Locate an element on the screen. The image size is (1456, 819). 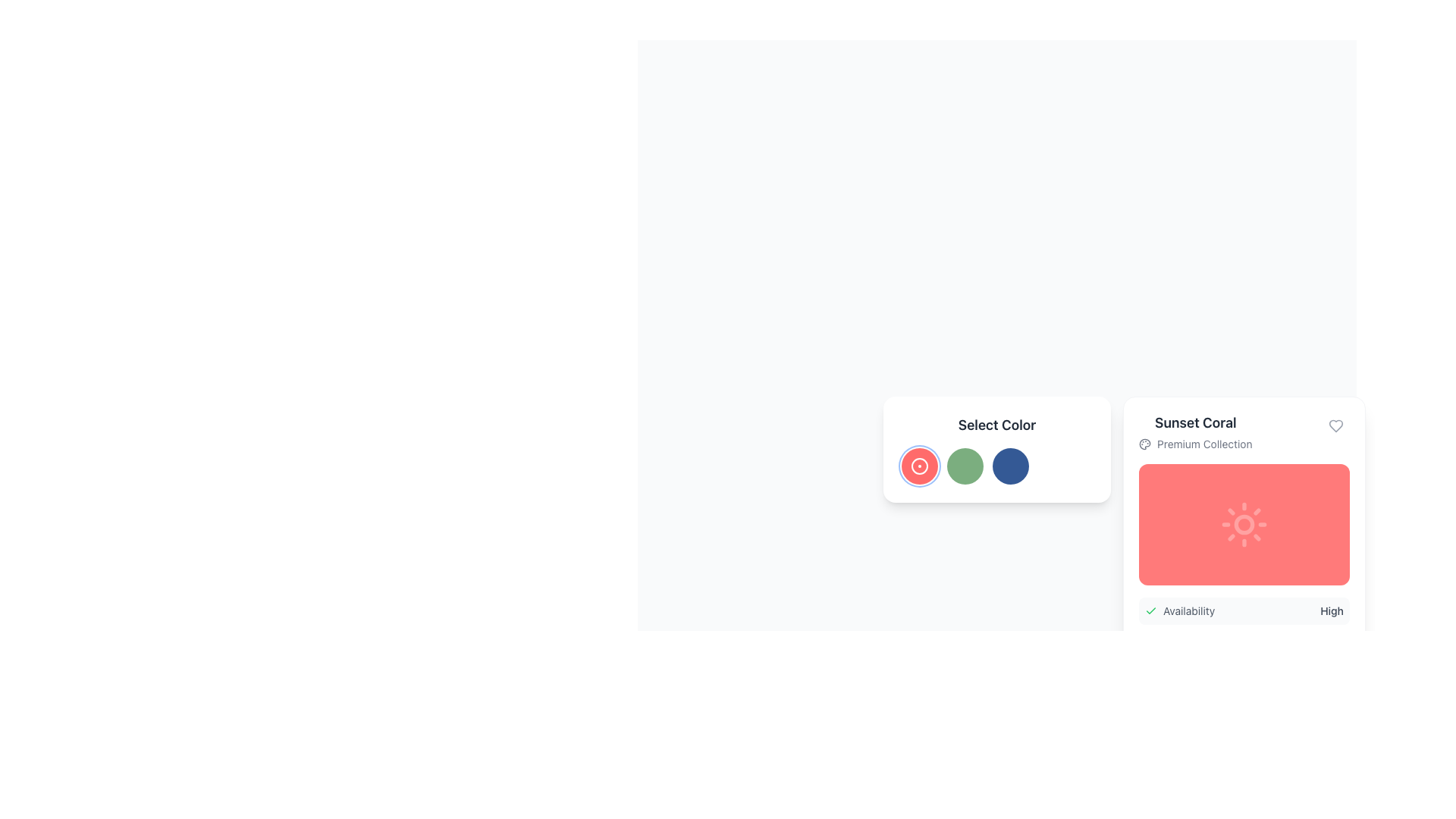
the heart-shaped icon button in the upper-right corner of the 'Sunset Coral' card to mark the item as liked or favorited is located at coordinates (1335, 426).